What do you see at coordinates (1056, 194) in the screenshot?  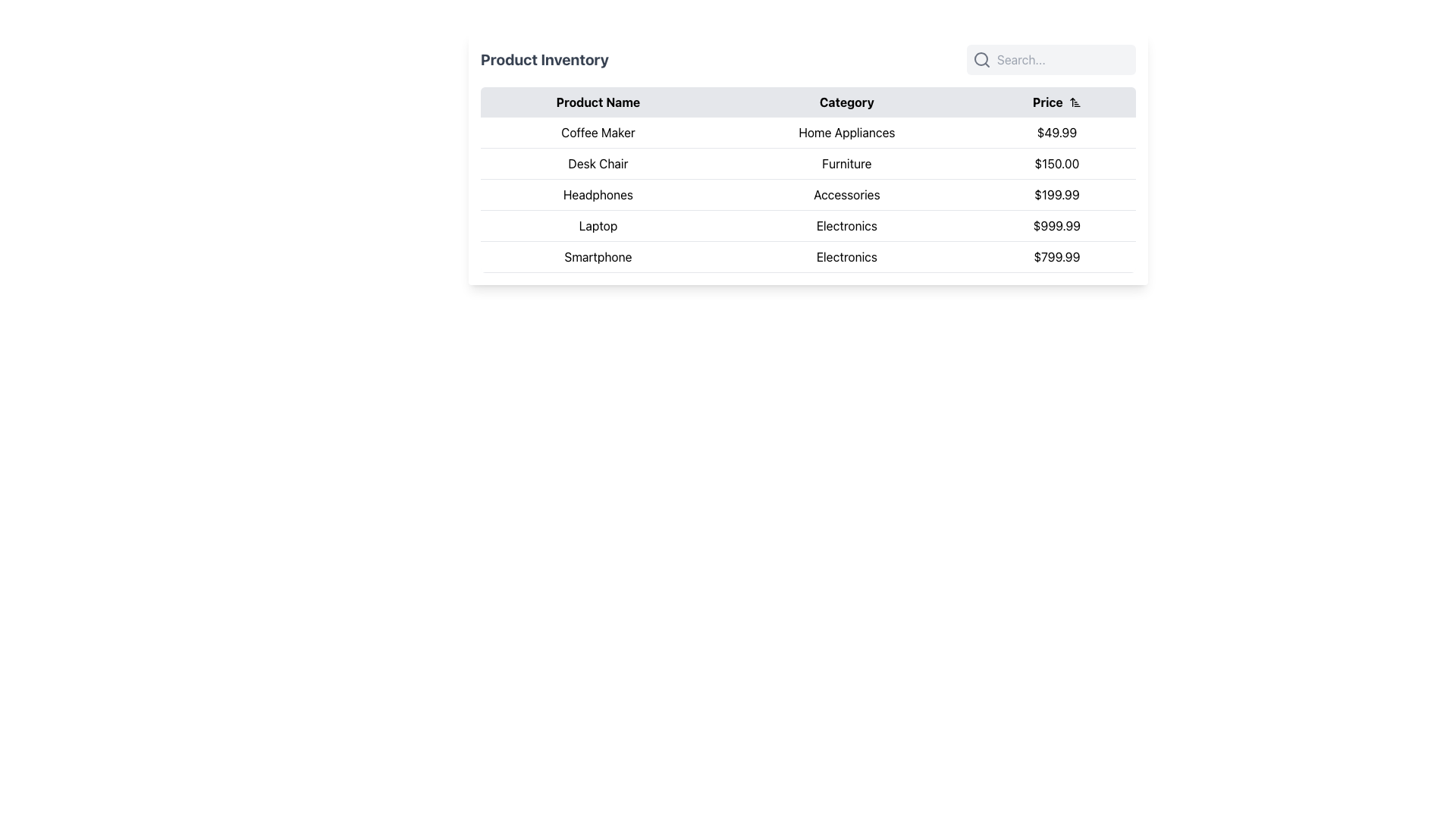 I see `the price text displaying '$199.99' in black font, located in the 'Price' column of the table, aligned horizontally with 'Accessories' and 'Headphones'` at bounding box center [1056, 194].